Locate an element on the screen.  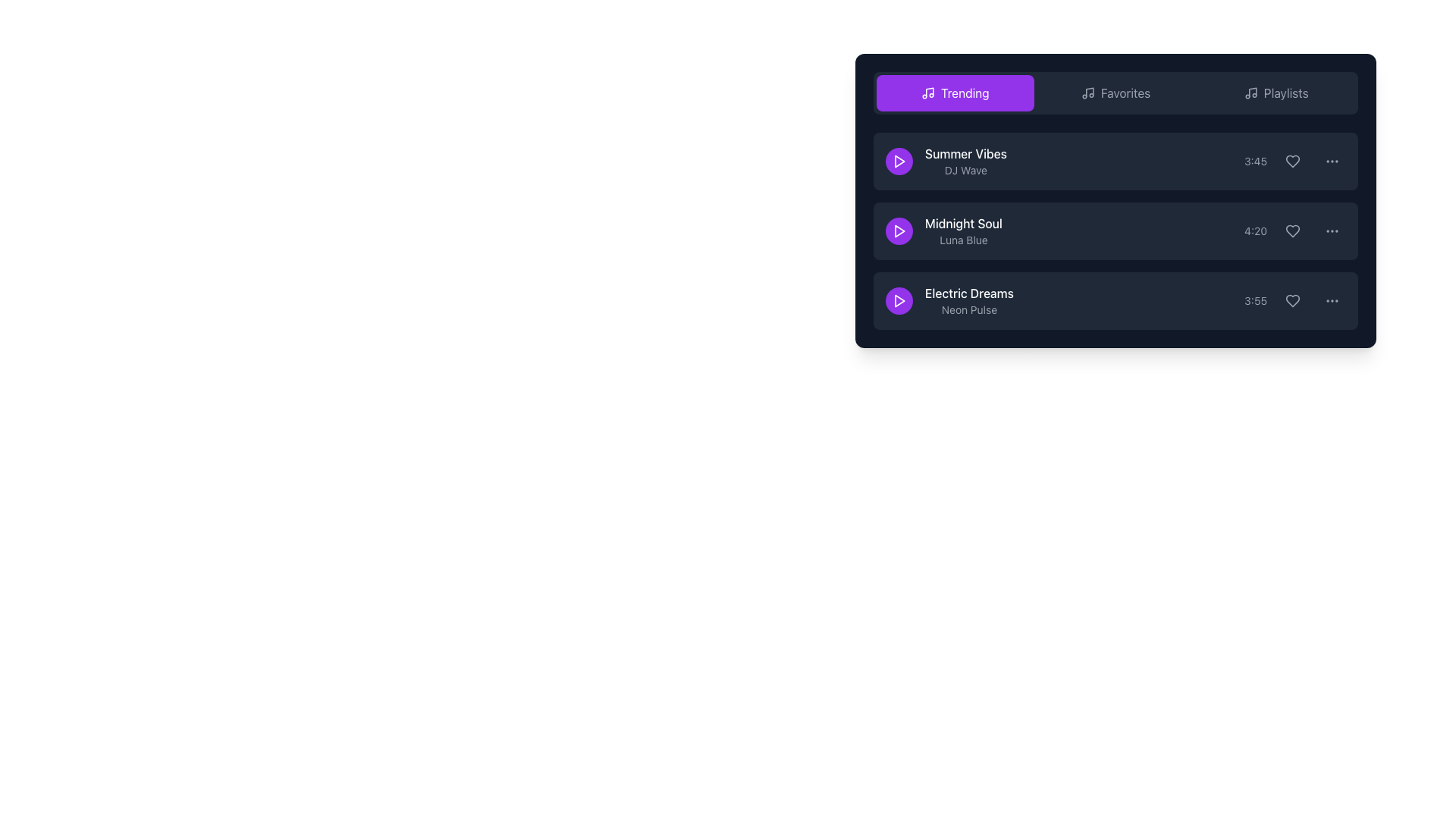
the 'Favorites' button, which features gray text on a dark background and includes a music note icon is located at coordinates (1116, 93).